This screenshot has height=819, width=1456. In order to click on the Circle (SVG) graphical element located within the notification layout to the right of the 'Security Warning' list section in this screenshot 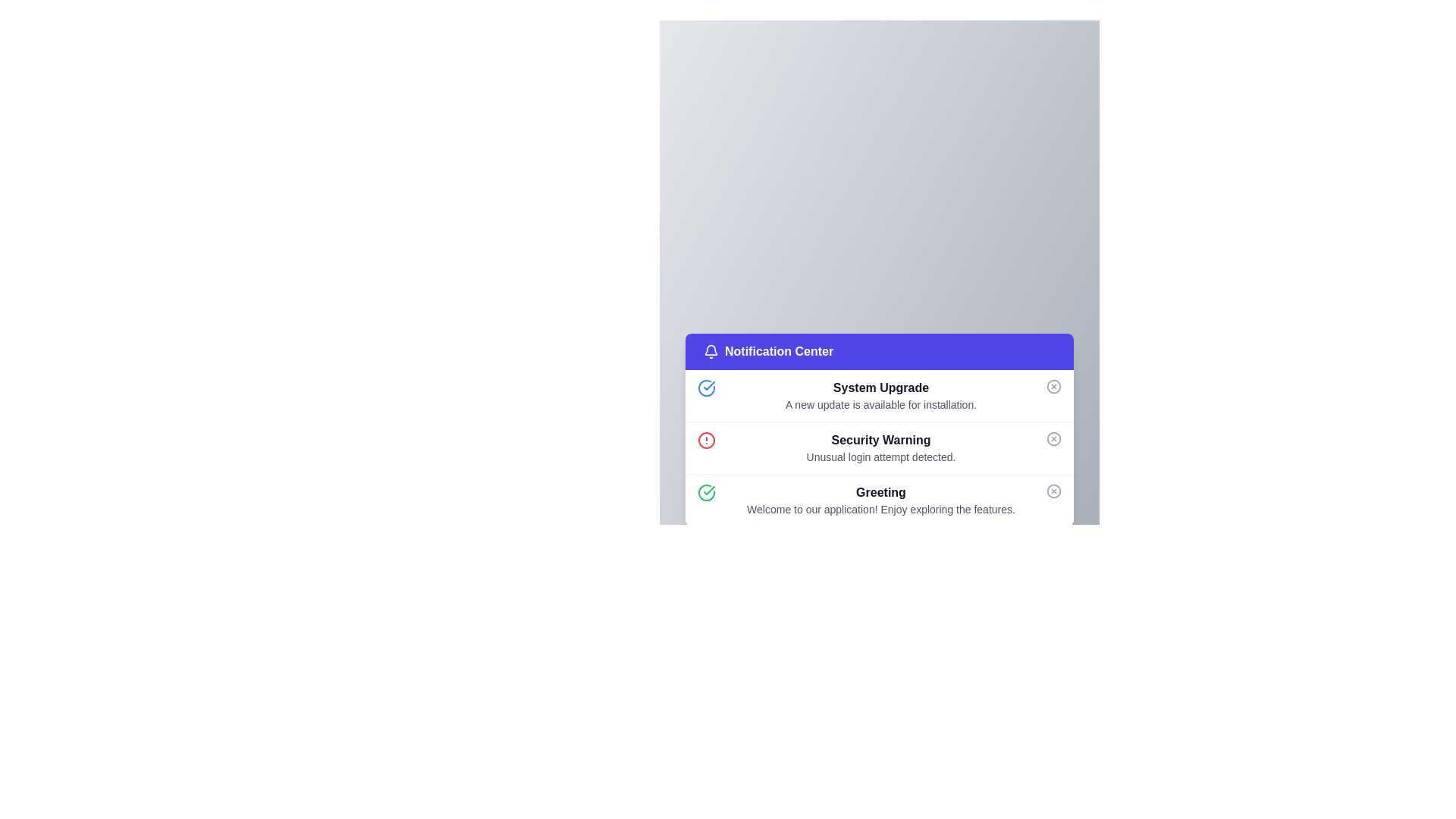, I will do `click(1053, 438)`.